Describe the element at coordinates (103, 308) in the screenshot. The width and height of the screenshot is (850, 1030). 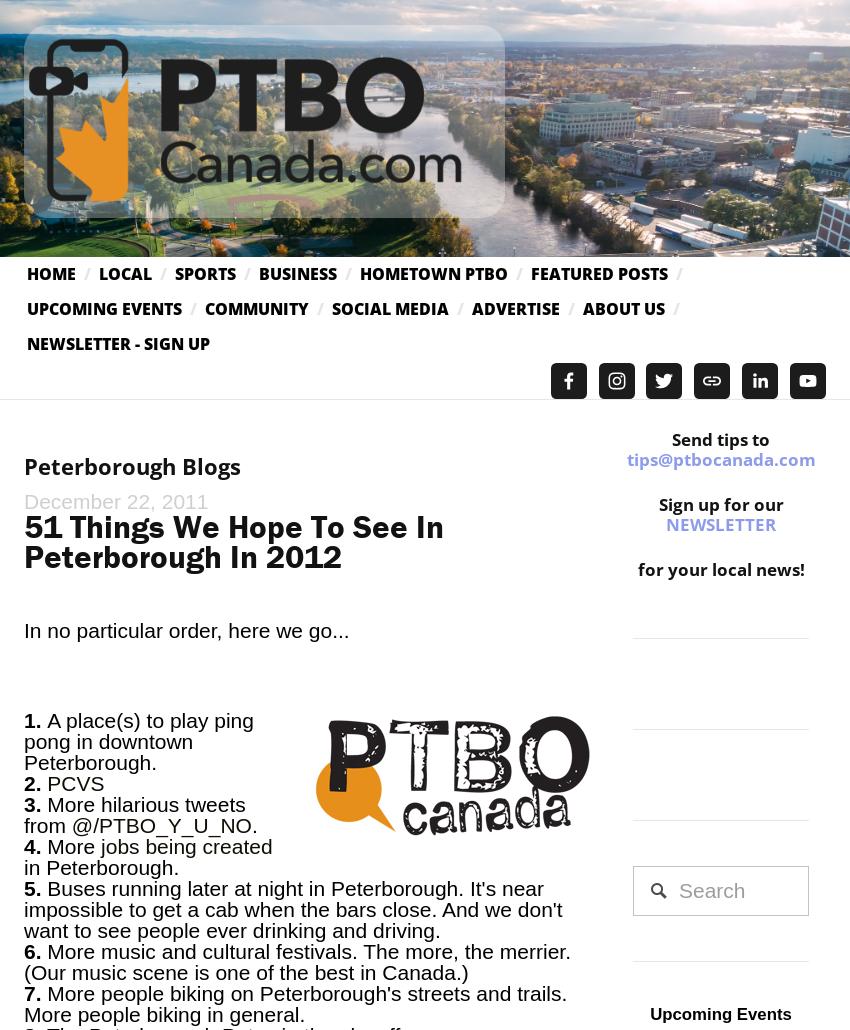
I see `'Upcoming Events'` at that location.